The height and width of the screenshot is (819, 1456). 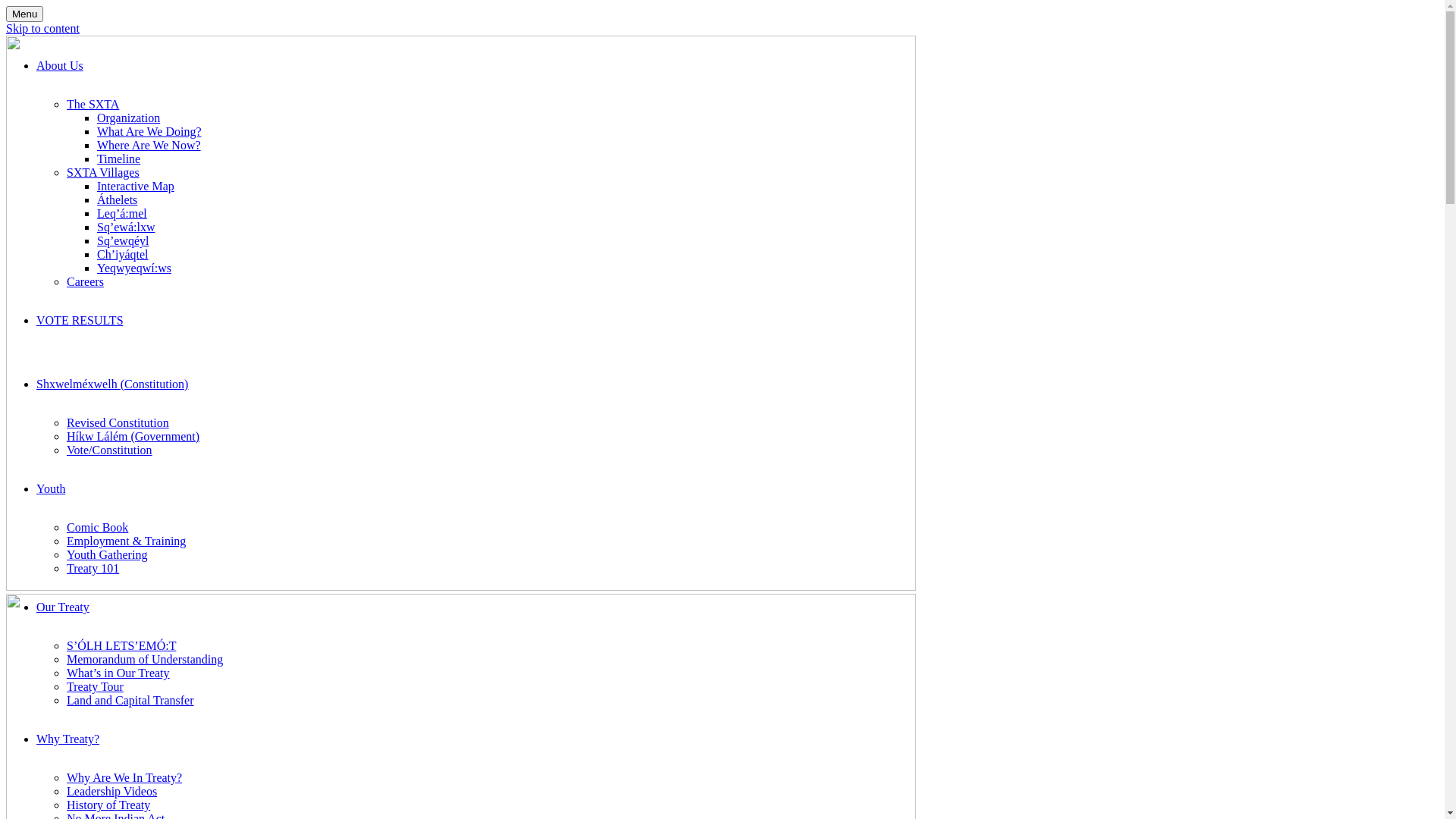 I want to click on 'Employment & Training', so click(x=65, y=540).